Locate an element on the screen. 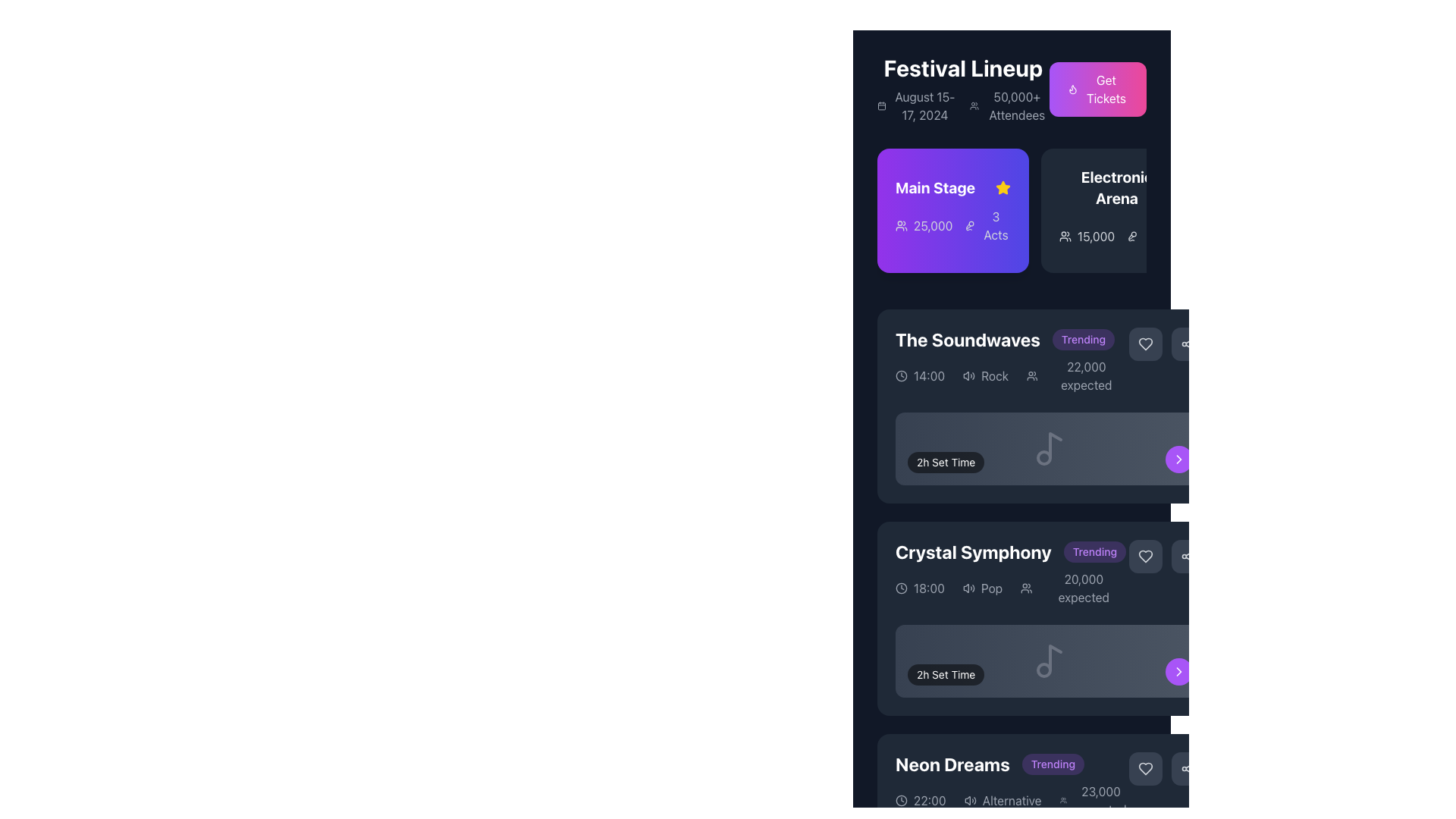 The height and width of the screenshot is (819, 1456). the rounded rectangular badge with a purple background labeled 'Trending', which is located to the right of 'The Soundwaves' is located at coordinates (1083, 338).